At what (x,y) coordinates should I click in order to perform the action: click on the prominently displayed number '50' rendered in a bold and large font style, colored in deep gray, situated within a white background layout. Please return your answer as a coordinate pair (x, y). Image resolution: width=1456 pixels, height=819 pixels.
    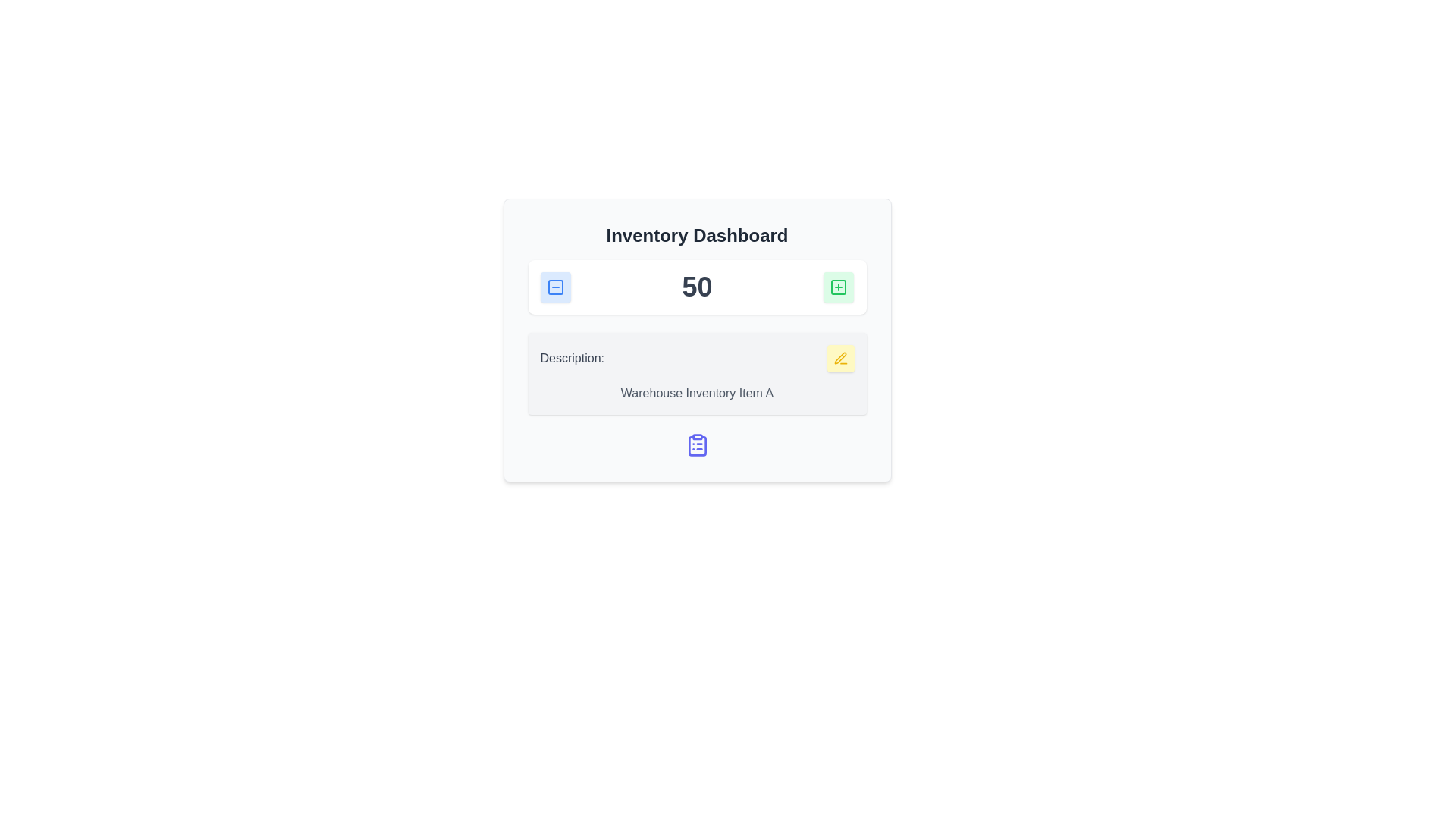
    Looking at the image, I should click on (696, 287).